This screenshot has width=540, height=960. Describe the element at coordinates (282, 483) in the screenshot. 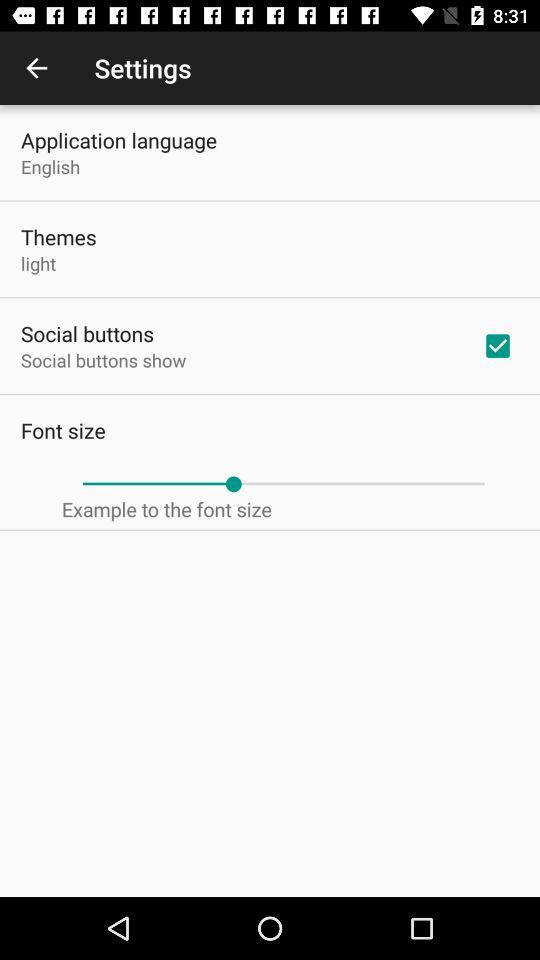

I see `item below font size` at that location.